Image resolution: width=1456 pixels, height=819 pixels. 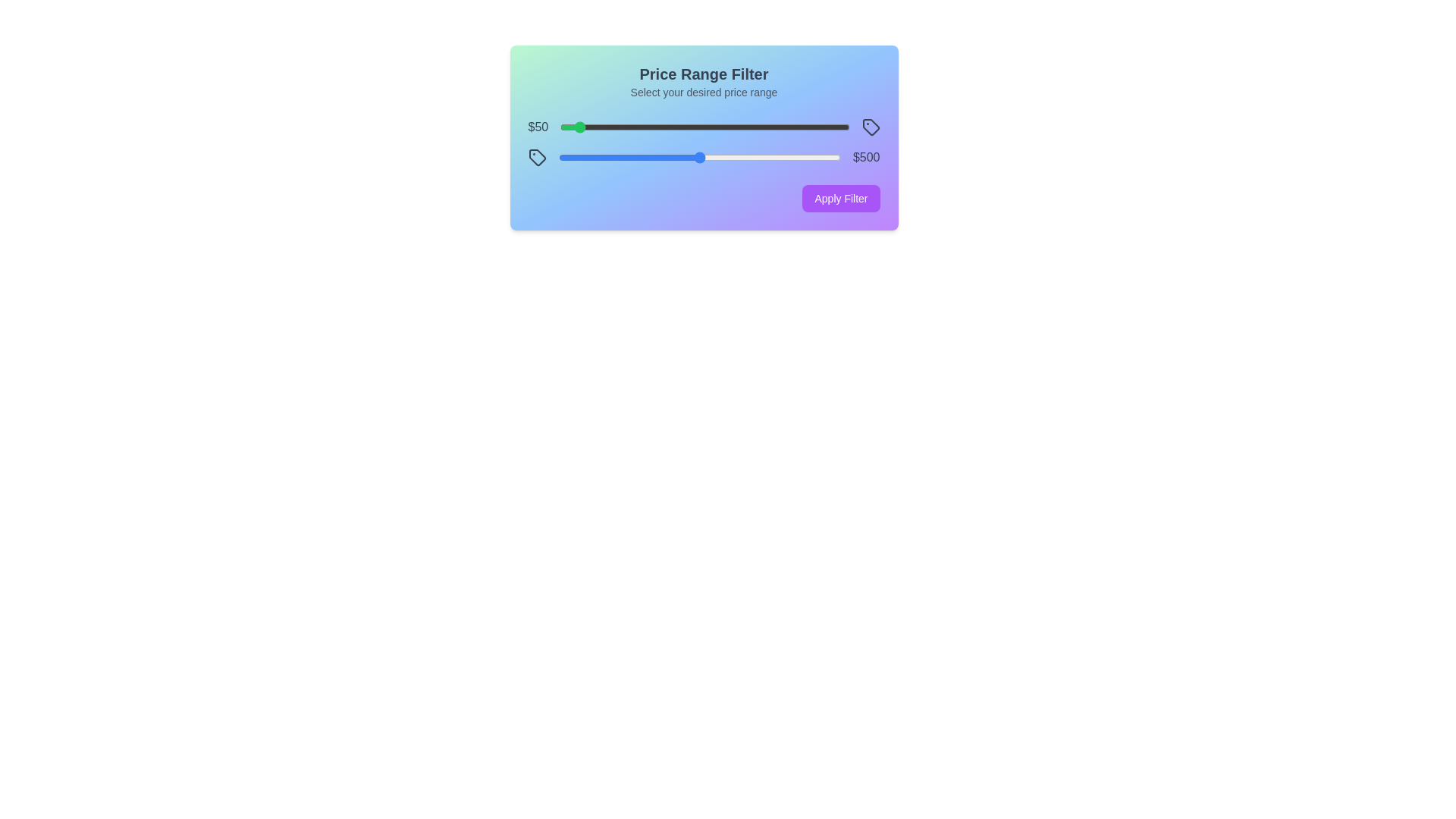 What do you see at coordinates (753, 158) in the screenshot?
I see `the maximum price slider to 691` at bounding box center [753, 158].